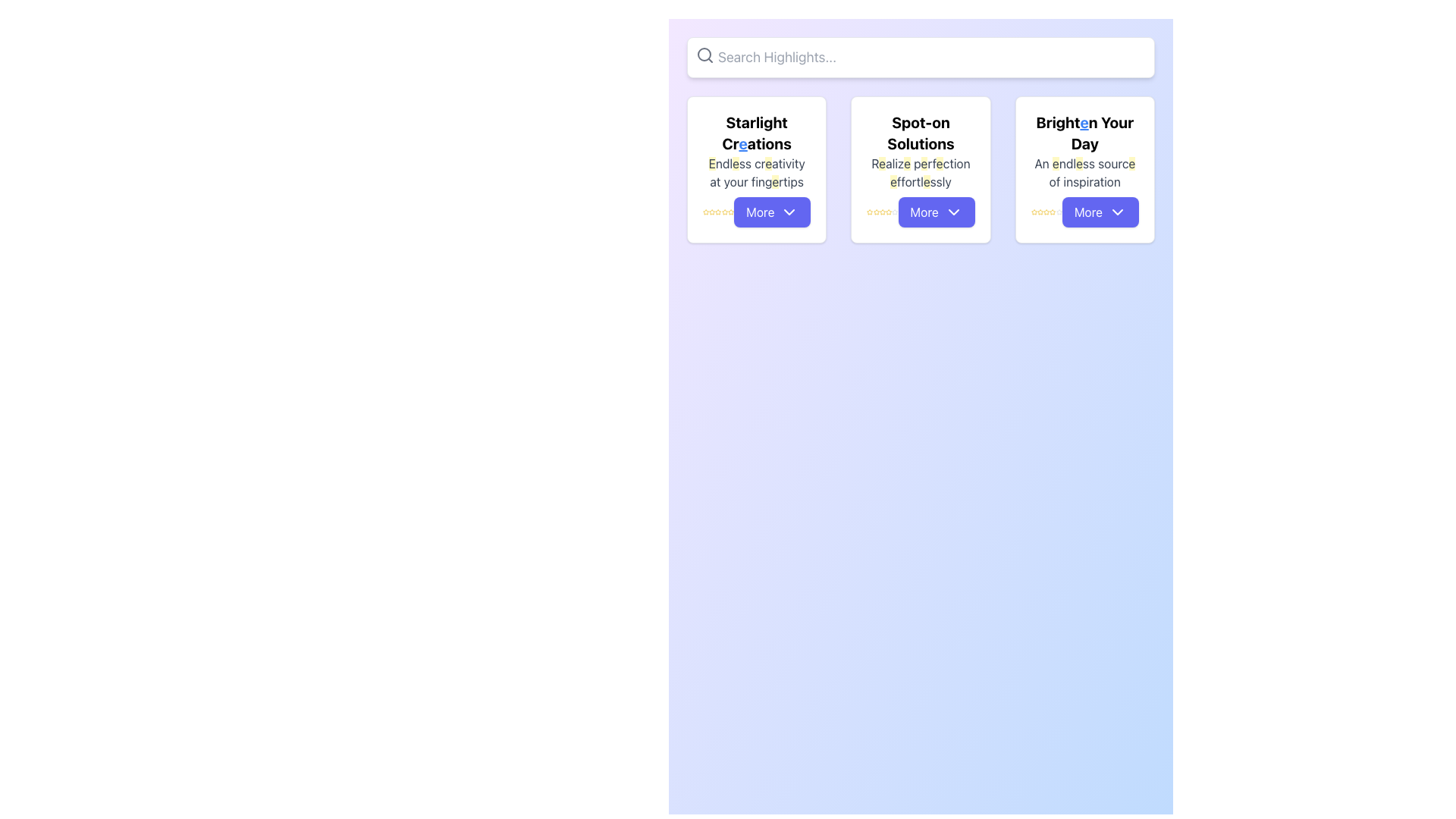 The height and width of the screenshot is (819, 1456). What do you see at coordinates (1043, 164) in the screenshot?
I see `the static text element that is the first word in the phrase 'An endless source of inspiration' located in the third card under the title 'Brighten Your Day'` at bounding box center [1043, 164].